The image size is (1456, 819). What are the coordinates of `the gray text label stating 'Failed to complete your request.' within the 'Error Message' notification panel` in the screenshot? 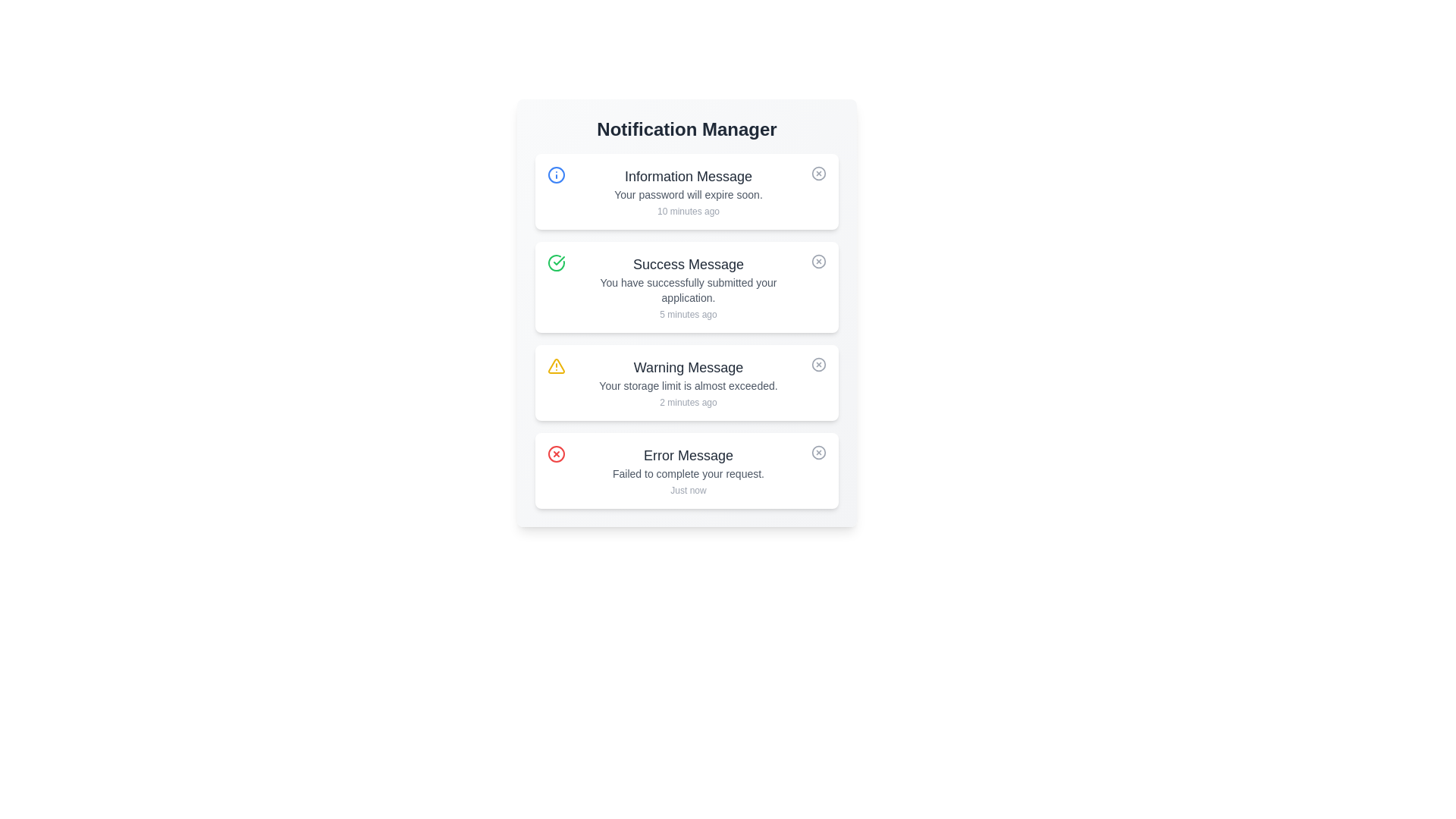 It's located at (687, 472).